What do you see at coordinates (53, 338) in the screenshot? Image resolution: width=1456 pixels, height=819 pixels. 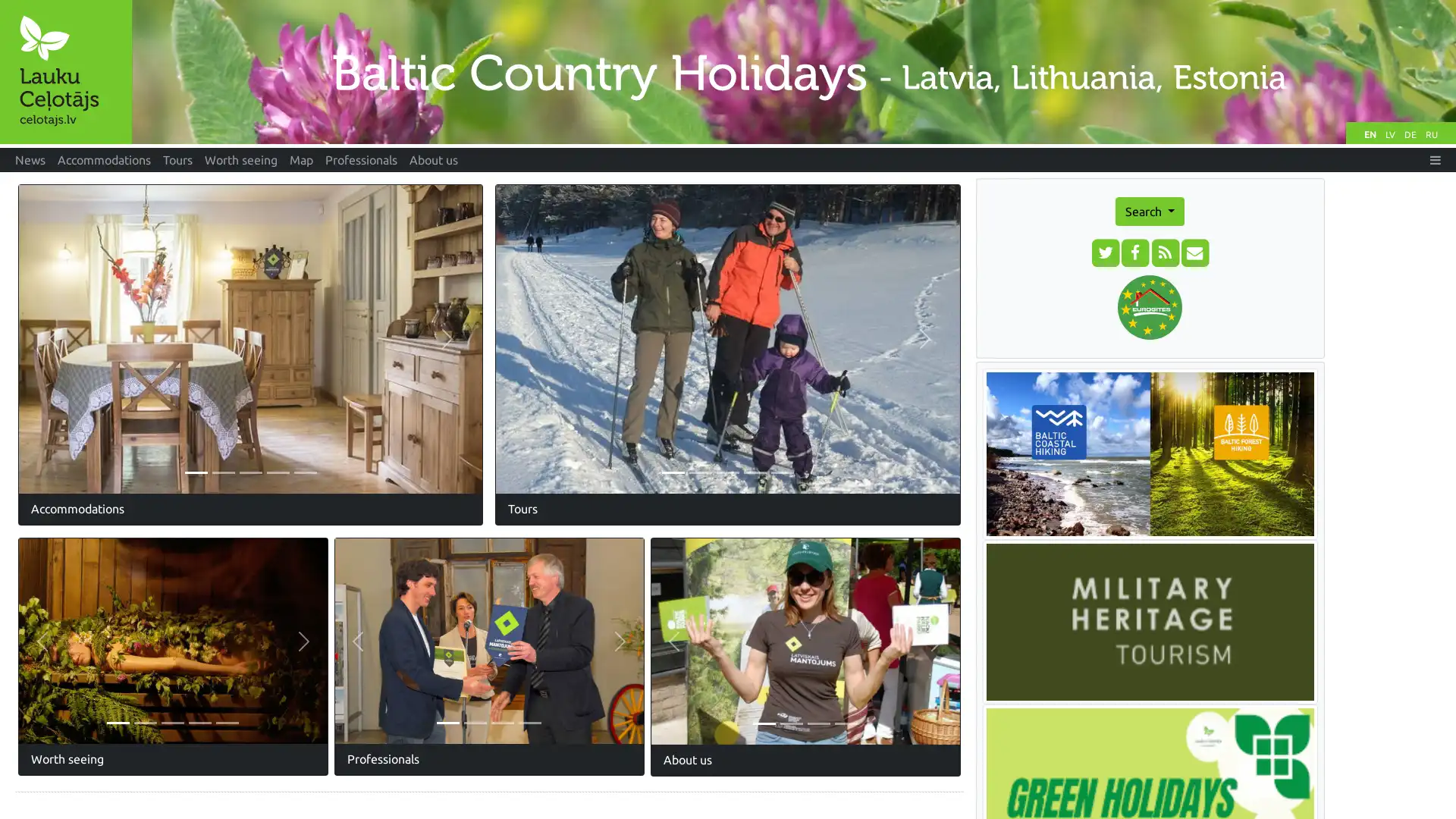 I see `Previous` at bounding box center [53, 338].